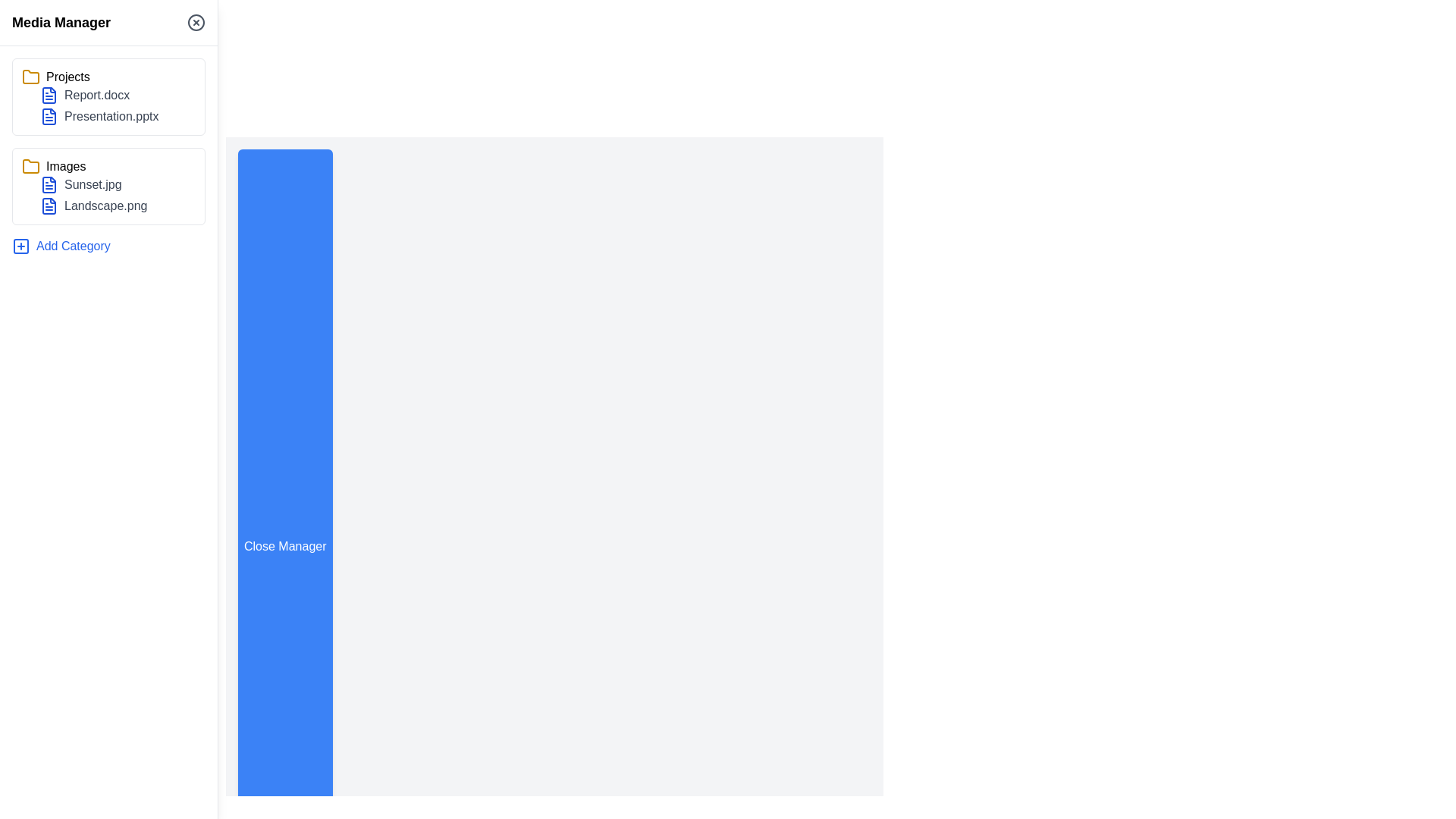  Describe the element at coordinates (61, 23) in the screenshot. I see `the 'Media Manager' text label located in the top-left corner of the sidebar, which is part of the header section and visually distinct with a bold font against a white background` at that location.